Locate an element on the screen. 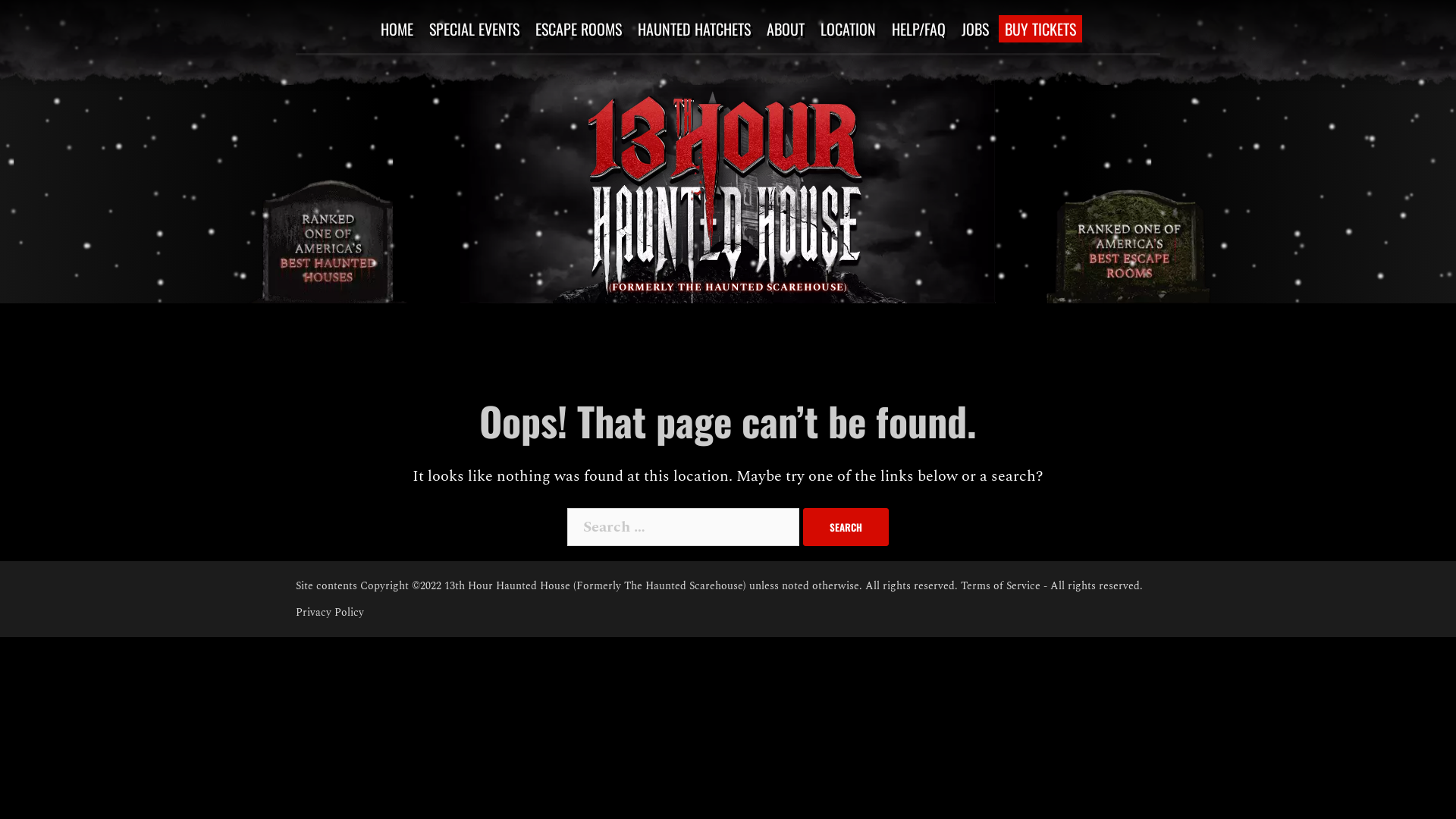  'HOME' is located at coordinates (397, 29).